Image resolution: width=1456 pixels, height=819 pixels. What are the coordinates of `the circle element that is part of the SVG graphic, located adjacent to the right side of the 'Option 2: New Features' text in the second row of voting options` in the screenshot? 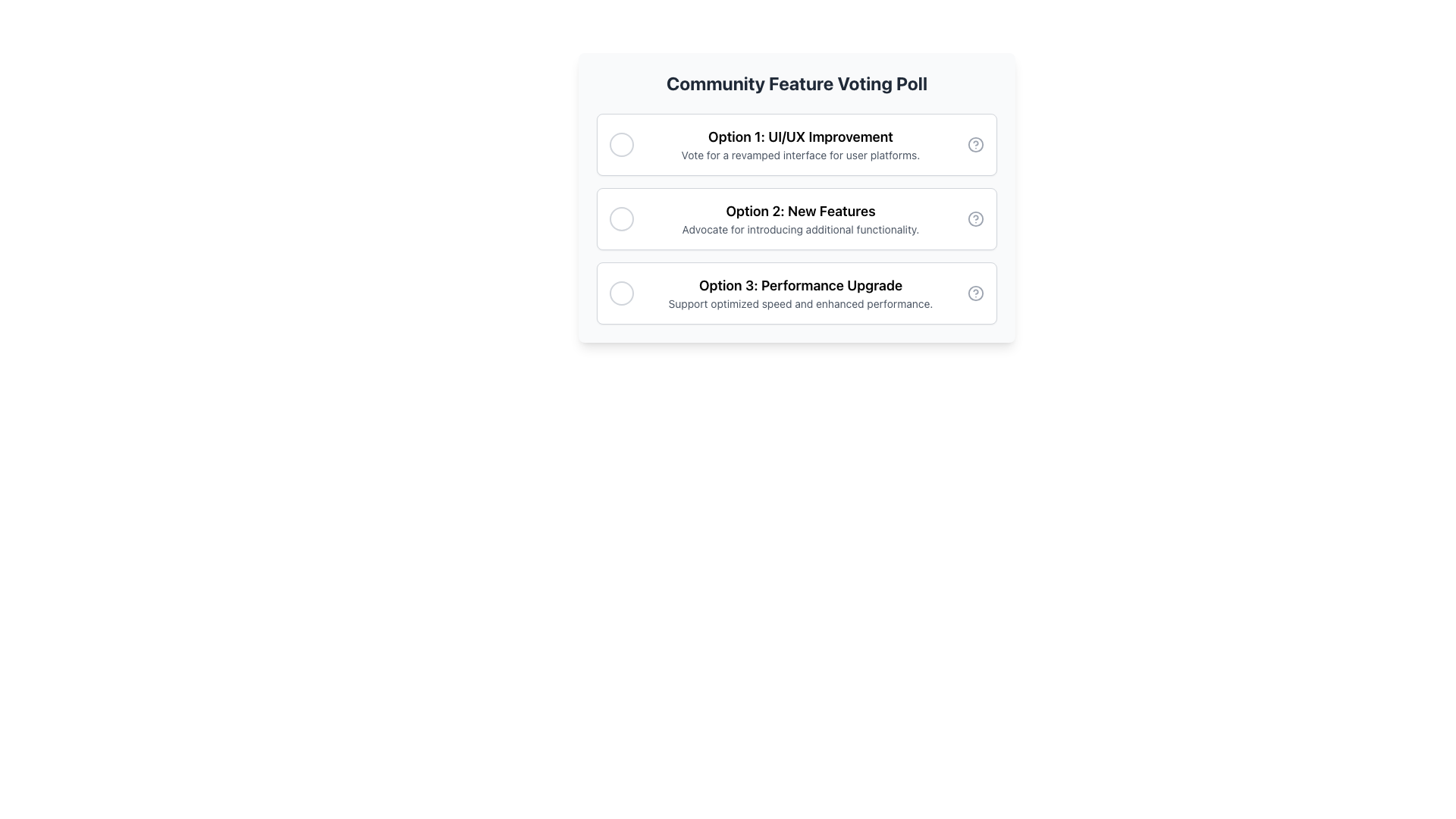 It's located at (975, 219).